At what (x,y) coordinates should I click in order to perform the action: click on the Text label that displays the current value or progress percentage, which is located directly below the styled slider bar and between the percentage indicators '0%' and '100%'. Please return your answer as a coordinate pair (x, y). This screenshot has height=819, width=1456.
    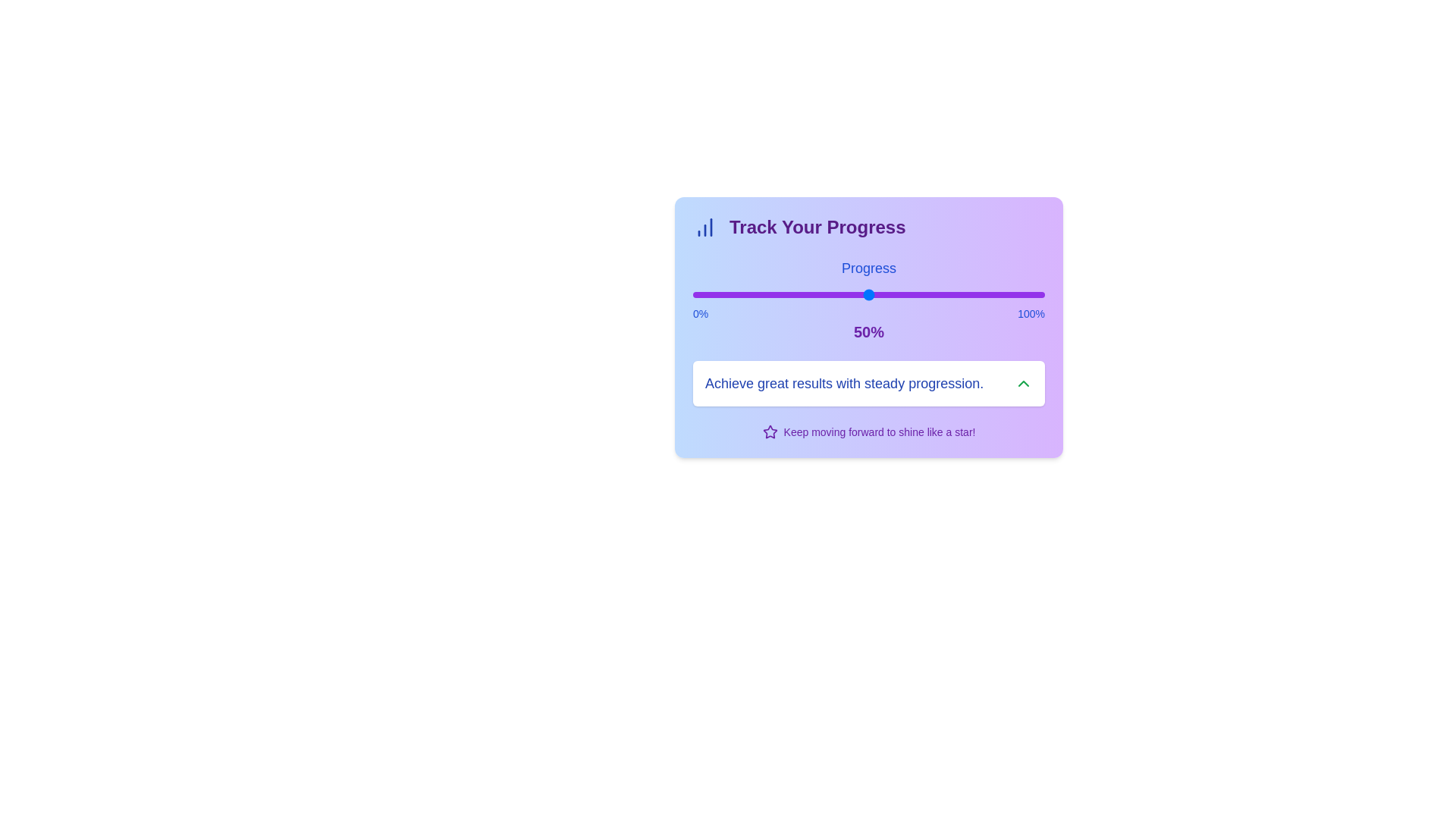
    Looking at the image, I should click on (869, 331).